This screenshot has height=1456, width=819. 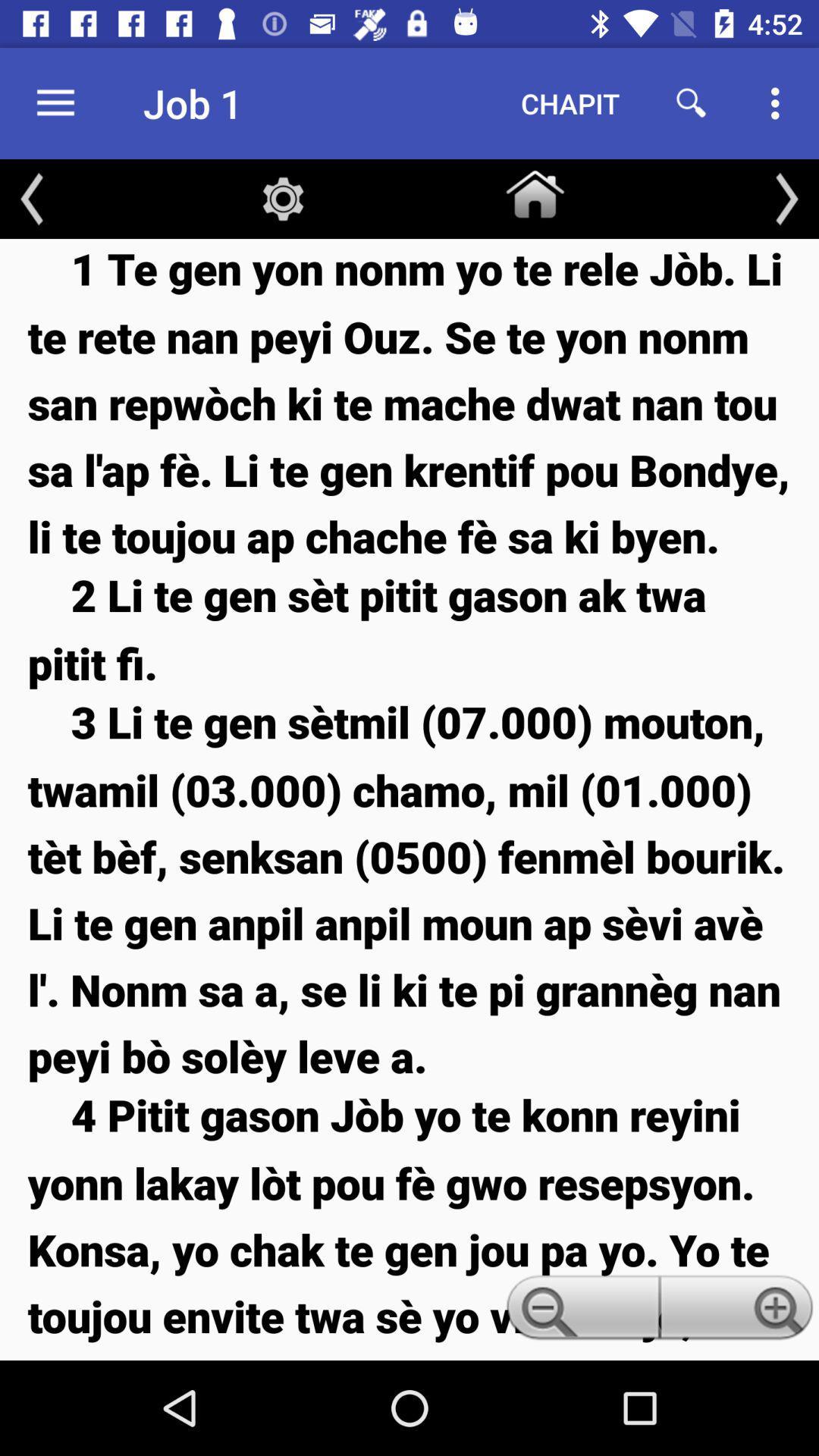 I want to click on icon below 3 li te icon, so click(x=579, y=1311).